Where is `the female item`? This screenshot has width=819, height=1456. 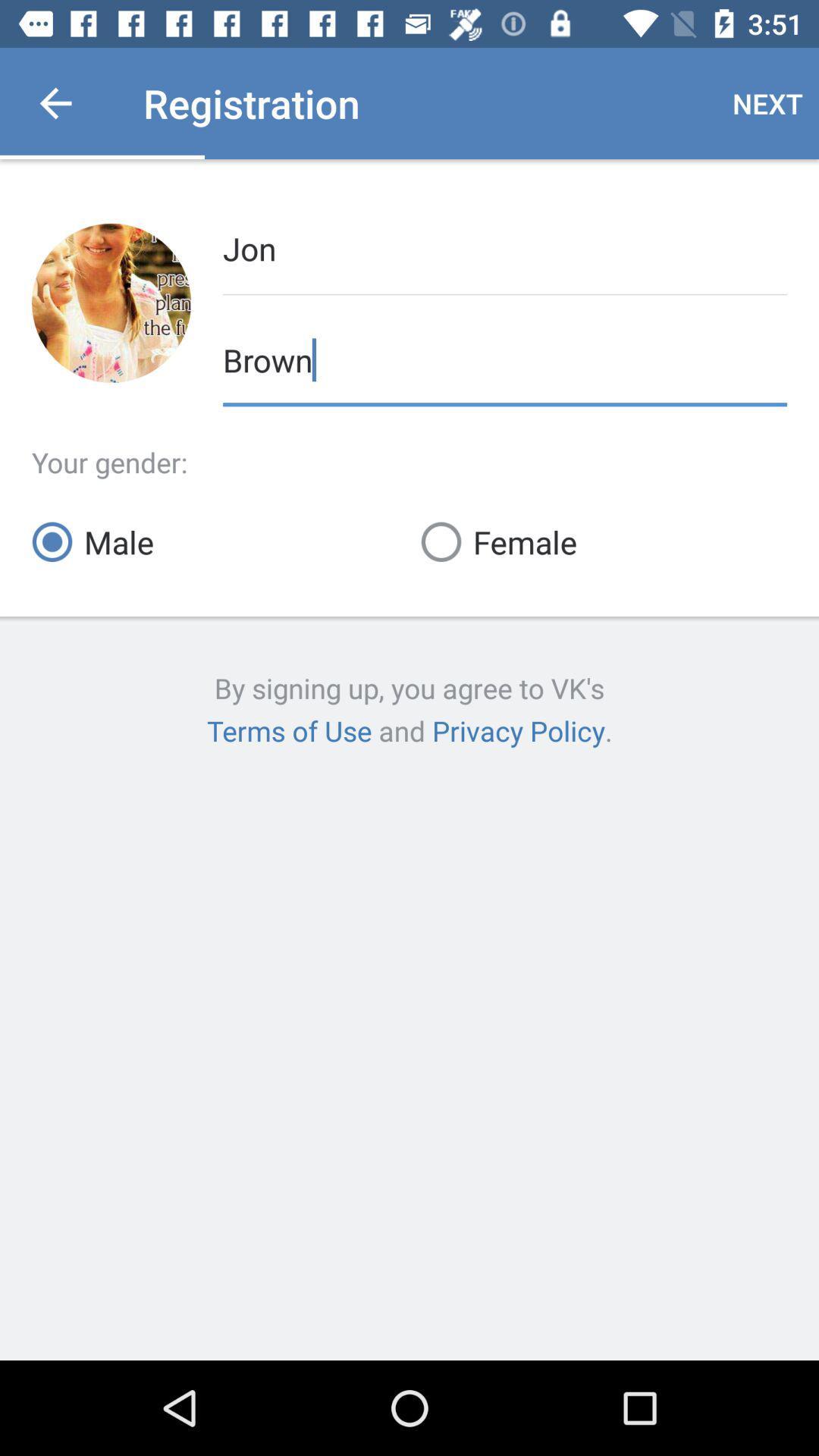 the female item is located at coordinates (603, 541).